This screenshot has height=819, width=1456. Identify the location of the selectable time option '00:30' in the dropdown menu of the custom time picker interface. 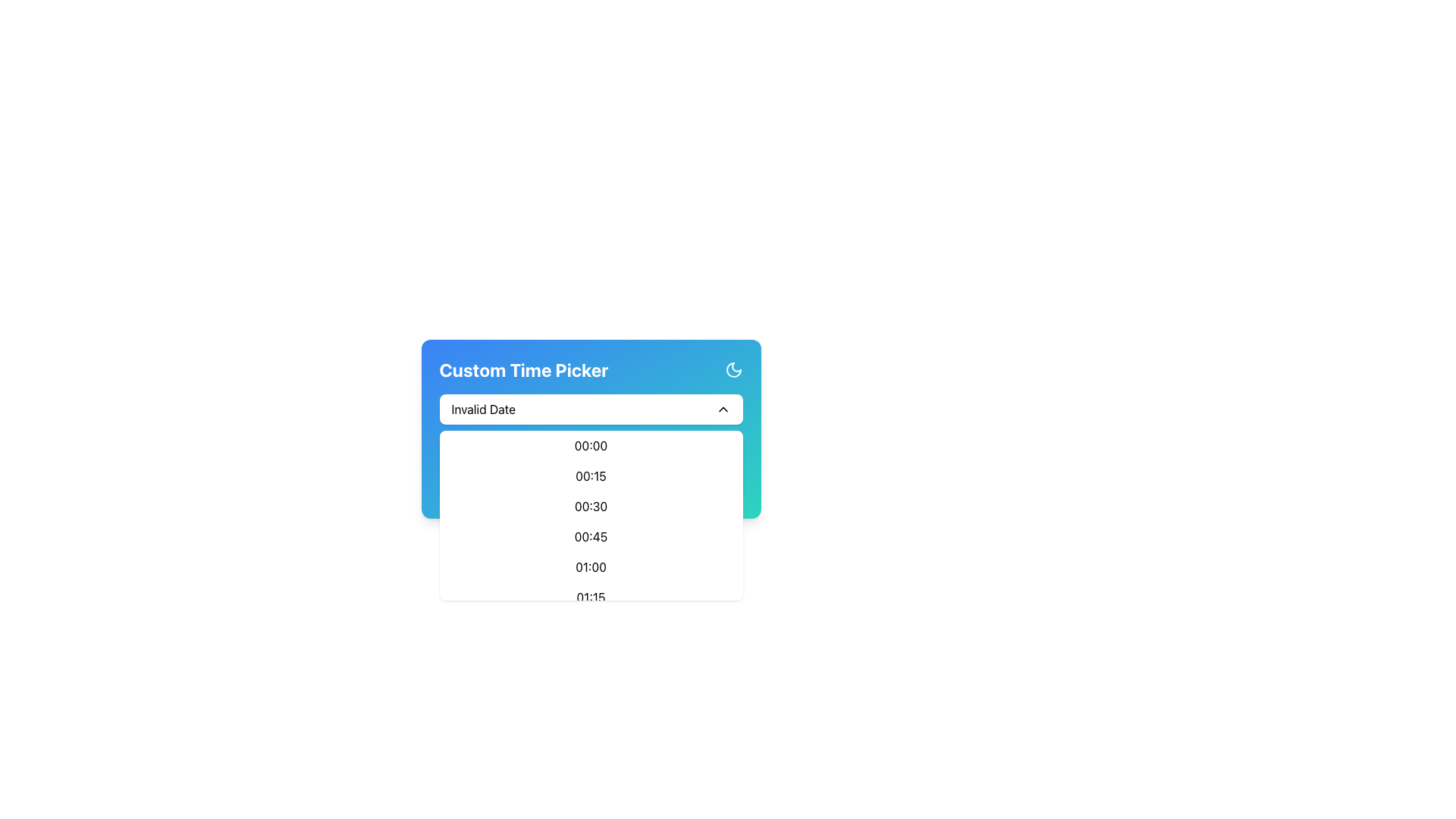
(590, 506).